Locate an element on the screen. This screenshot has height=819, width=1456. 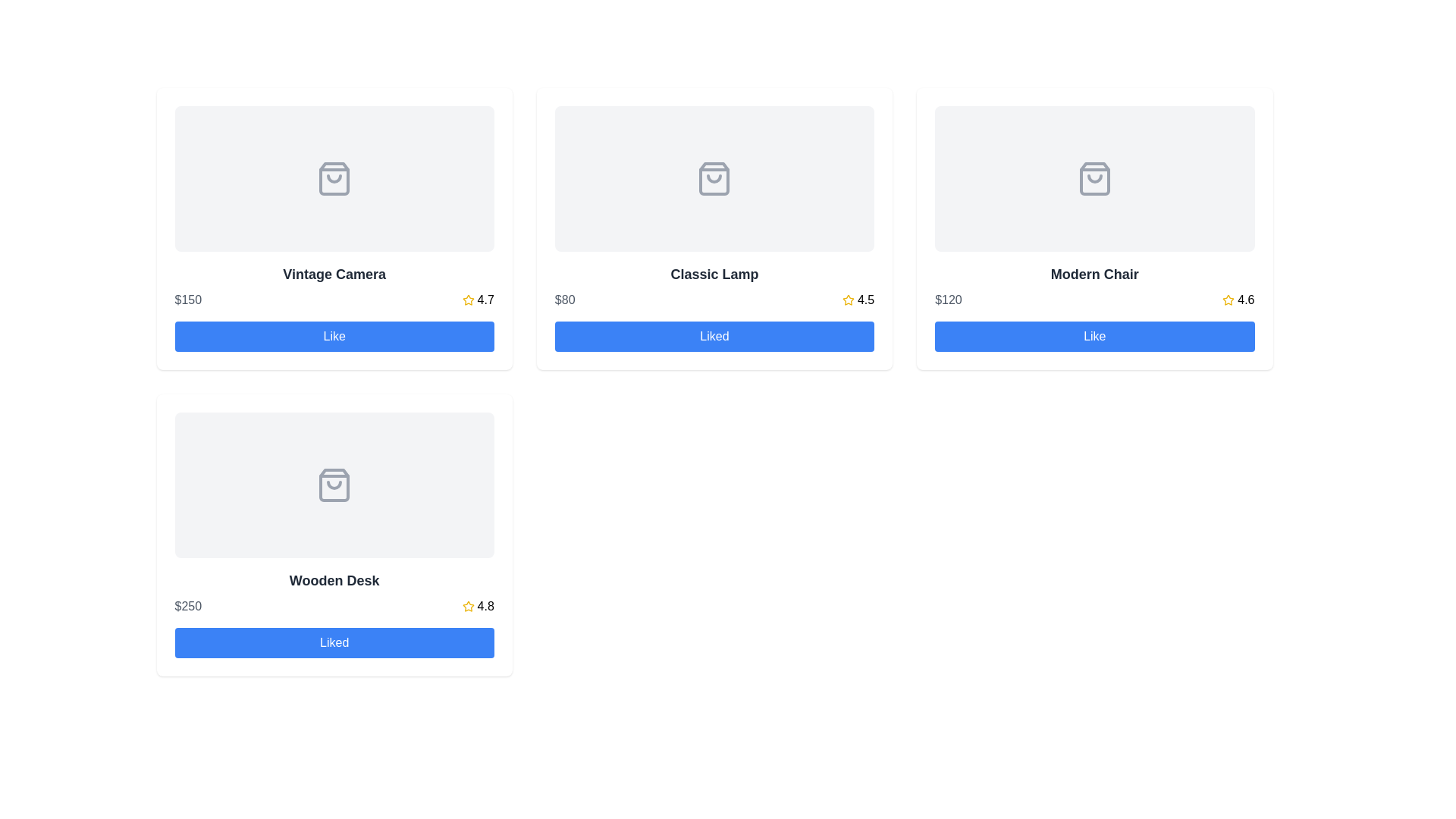
the shopping bag icon located on the third card in the top row of the grid layout, which displays details about the 'Modern Chair.' is located at coordinates (1094, 177).